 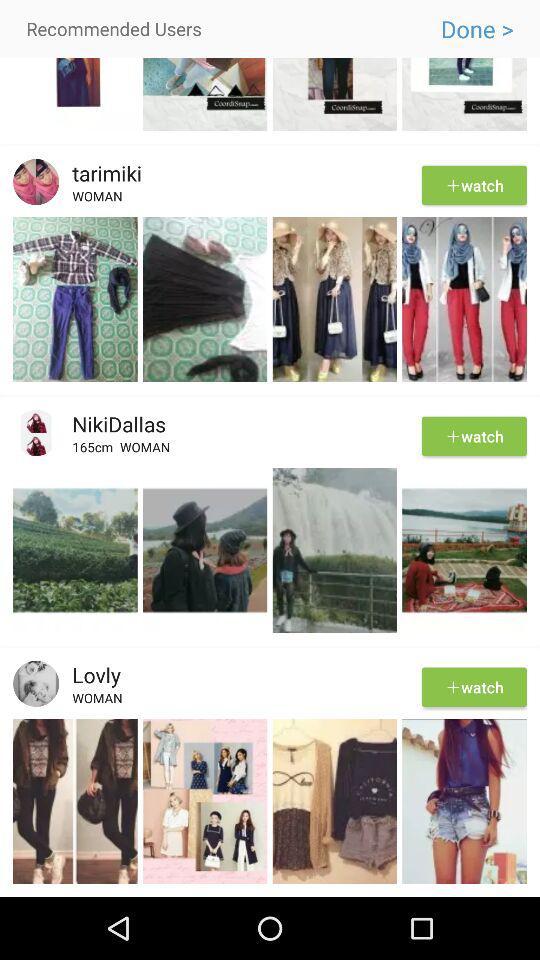 What do you see at coordinates (270, 465) in the screenshot?
I see `icon below 165cm icon` at bounding box center [270, 465].